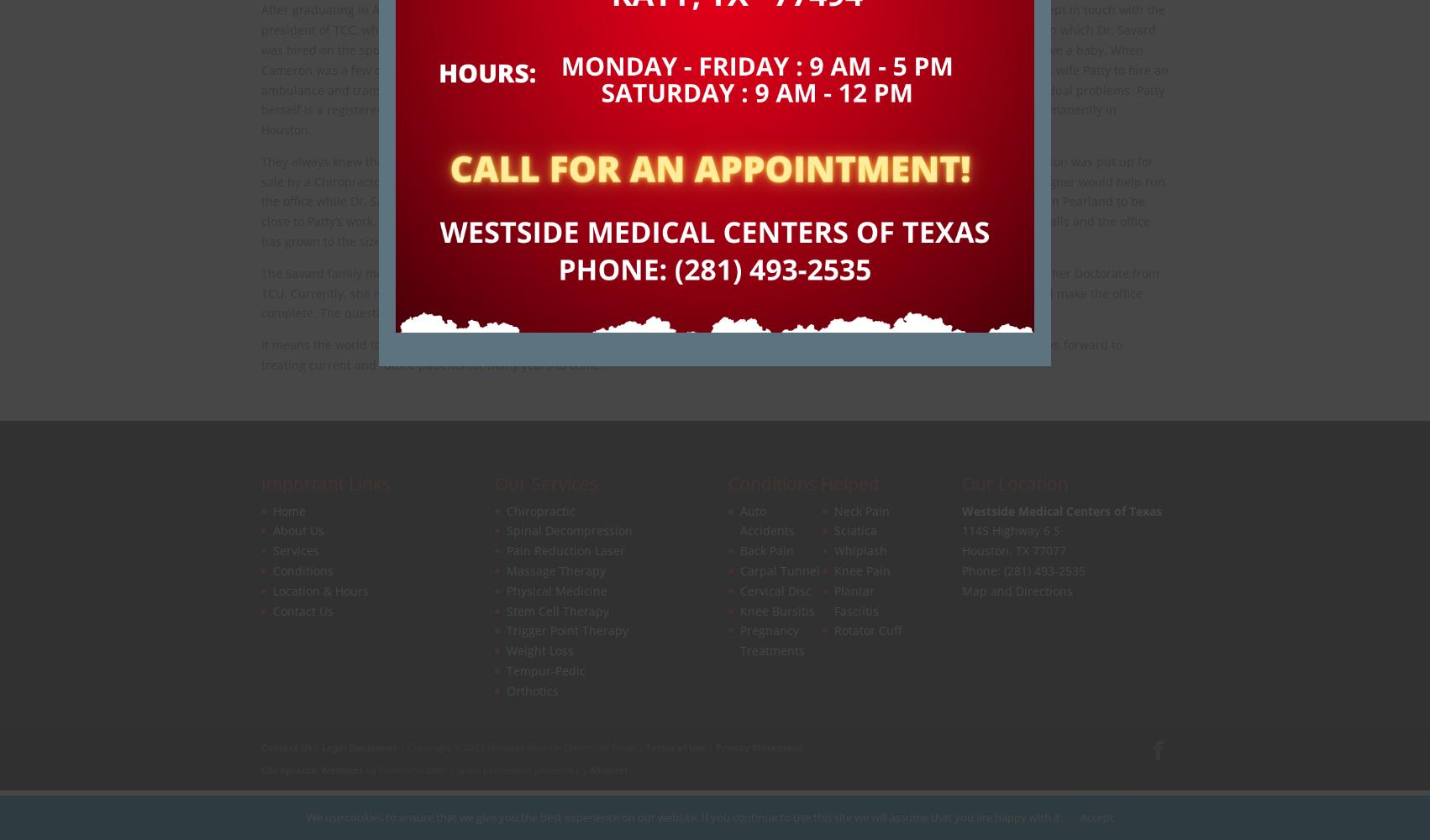 This screenshot has height=840, width=1430. Describe the element at coordinates (739, 609) in the screenshot. I see `'Knee Bursitis'` at that location.